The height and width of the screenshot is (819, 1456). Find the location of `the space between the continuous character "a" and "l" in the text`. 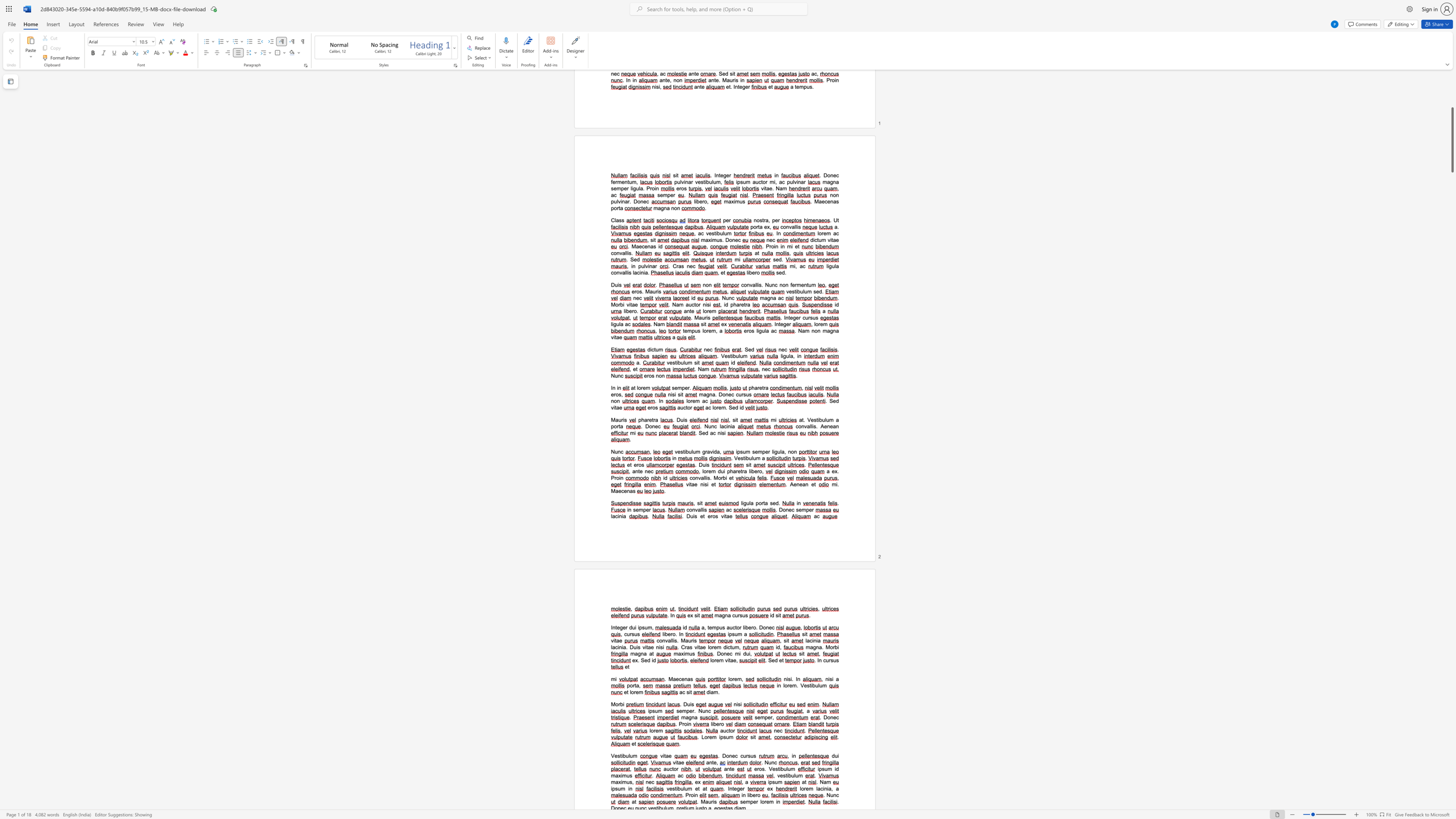

the space between the continuous character "a" and "l" in the text is located at coordinates (670, 640).